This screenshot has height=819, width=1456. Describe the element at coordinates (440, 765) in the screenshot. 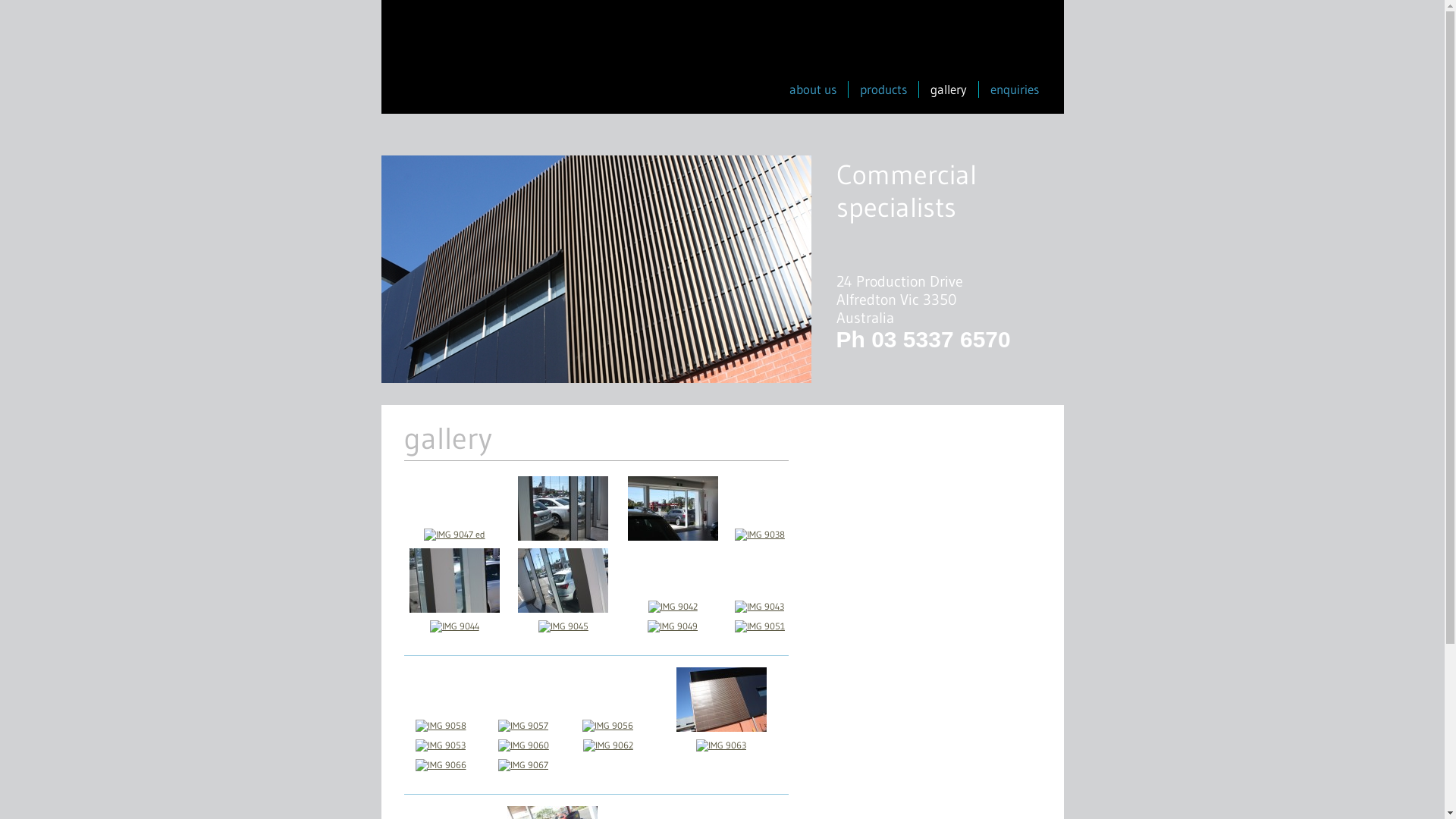

I see `'IMG 9066'` at that location.